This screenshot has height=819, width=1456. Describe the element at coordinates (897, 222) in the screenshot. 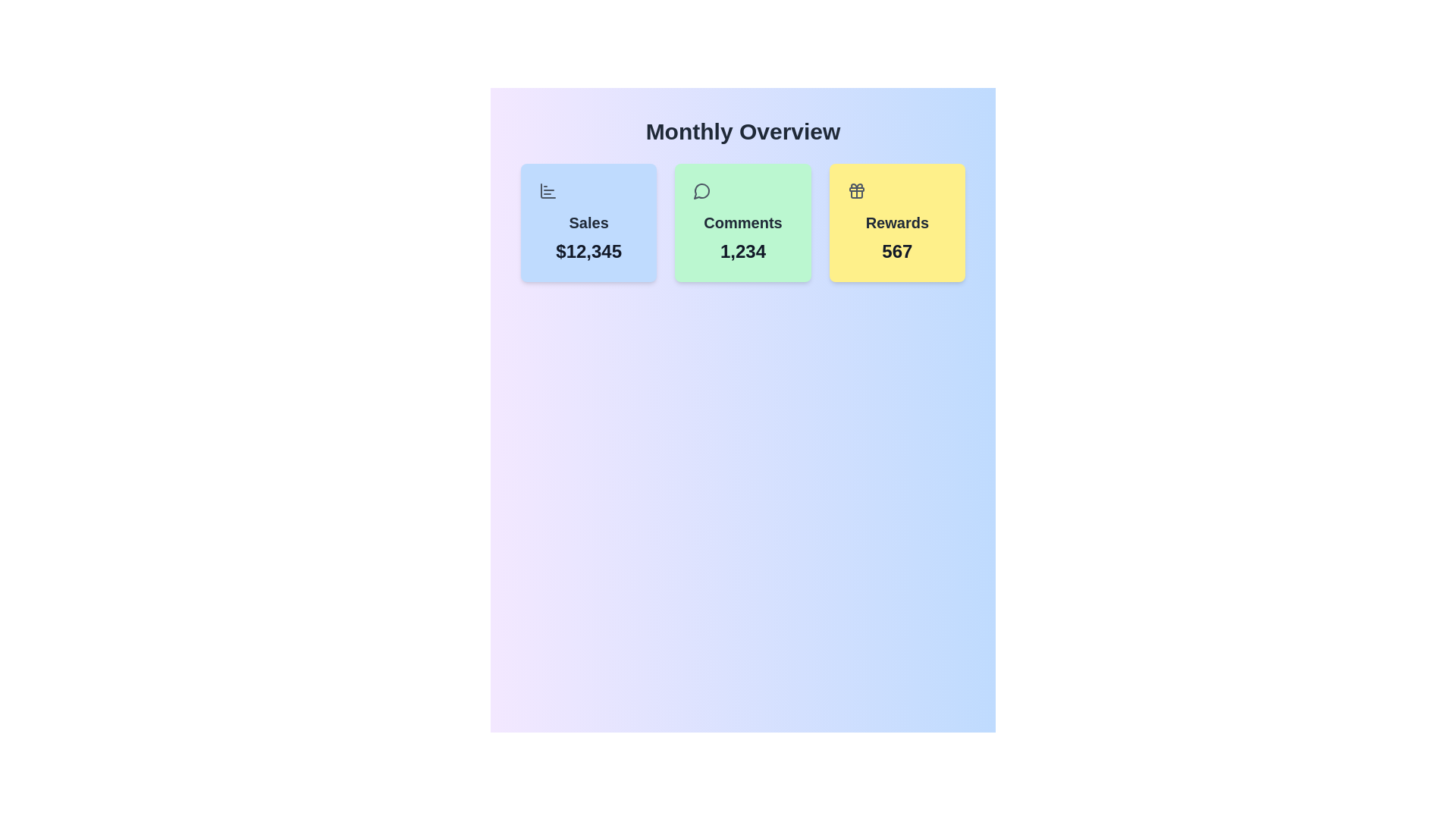

I see `the header label in the 'Rewards' section, which is centrally positioned in the rightmost yellow card under the 'Monthly Overview' heading` at that location.